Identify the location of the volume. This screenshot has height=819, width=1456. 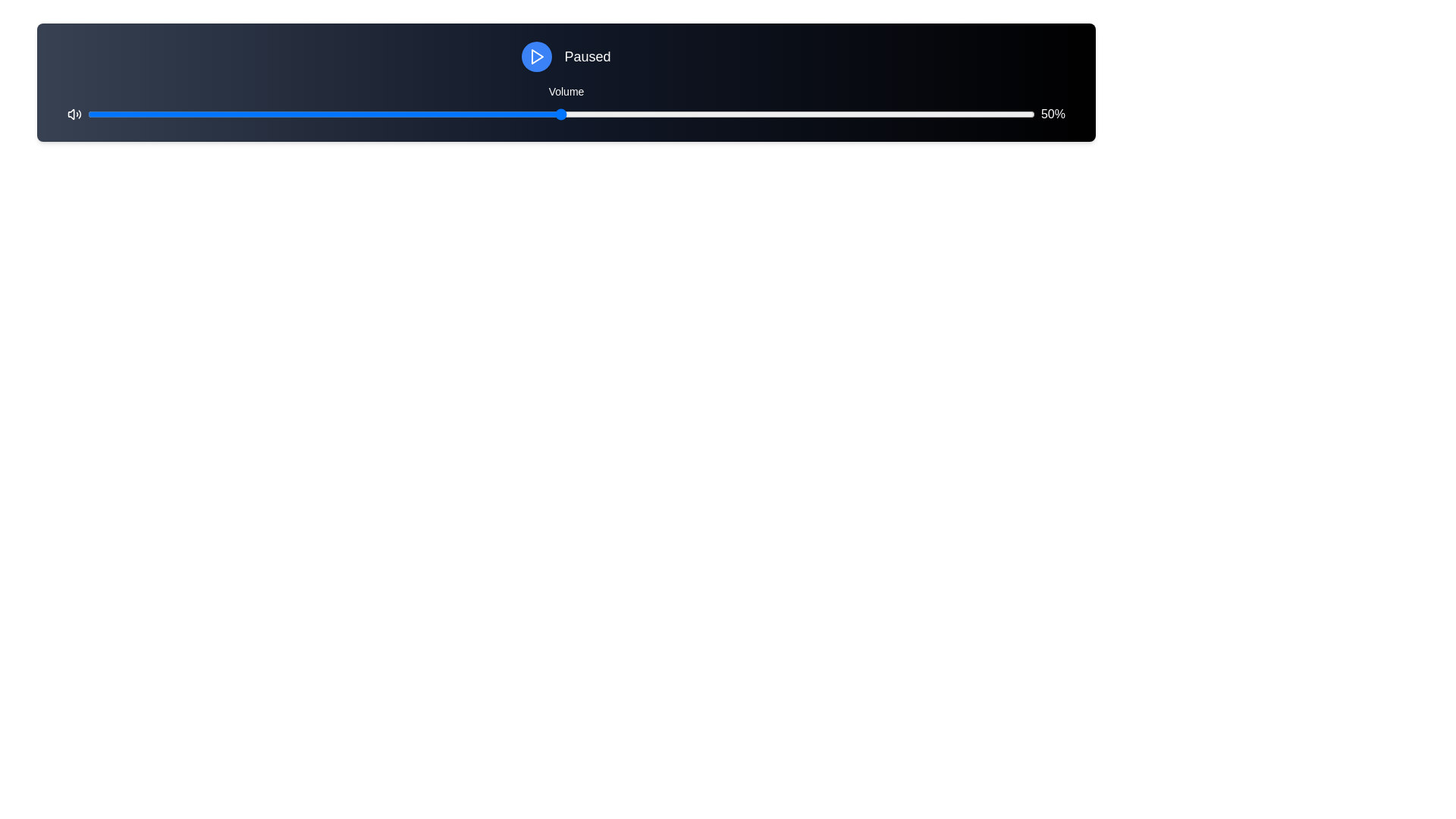
(864, 113).